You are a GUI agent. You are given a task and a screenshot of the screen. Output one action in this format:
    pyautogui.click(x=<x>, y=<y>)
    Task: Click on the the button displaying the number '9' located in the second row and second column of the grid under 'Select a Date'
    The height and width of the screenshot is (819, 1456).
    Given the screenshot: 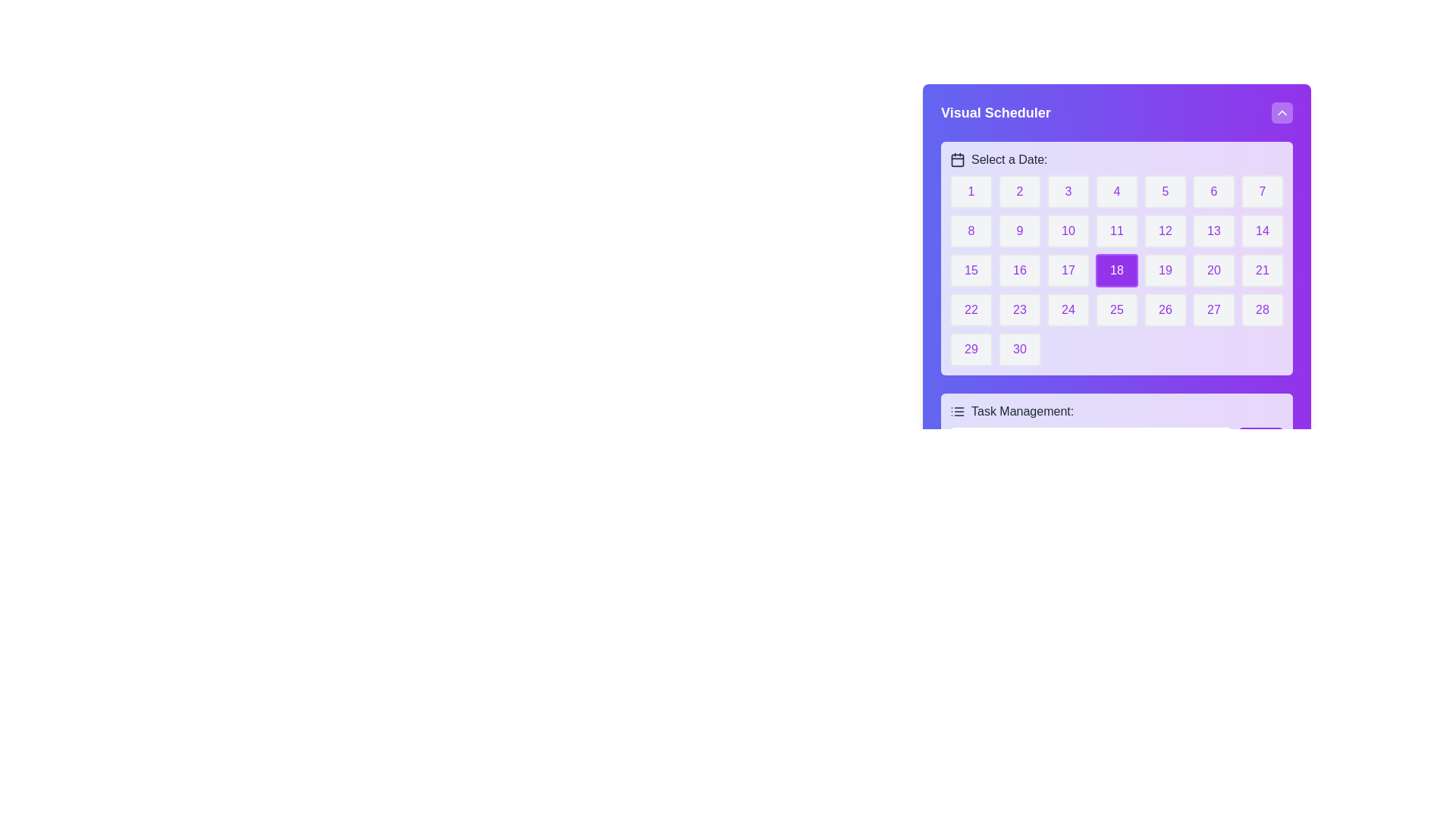 What is the action you would take?
    pyautogui.click(x=1019, y=231)
    